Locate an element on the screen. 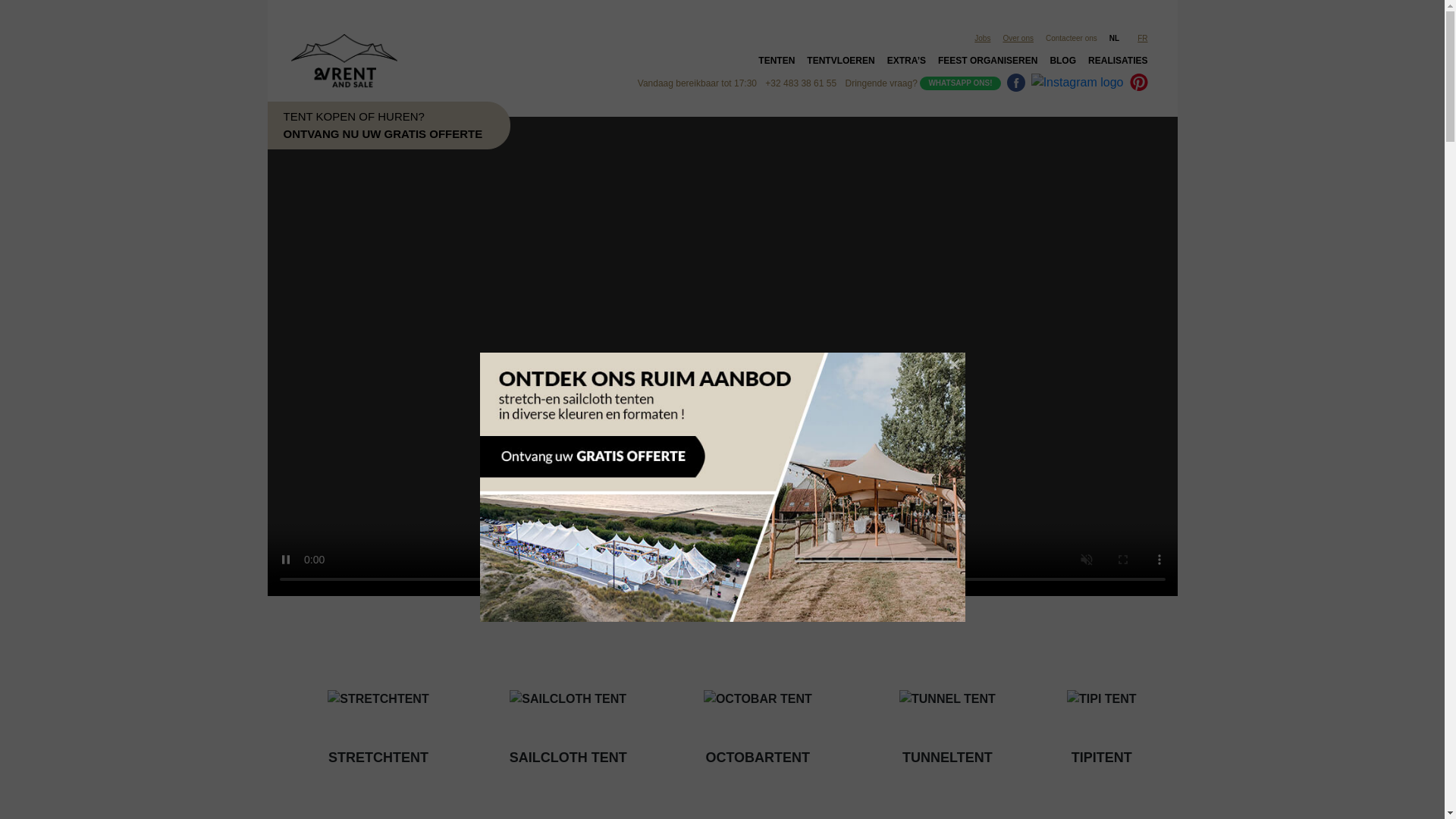 This screenshot has width=1456, height=819. 'Contacteer ons' is located at coordinates (1070, 37).